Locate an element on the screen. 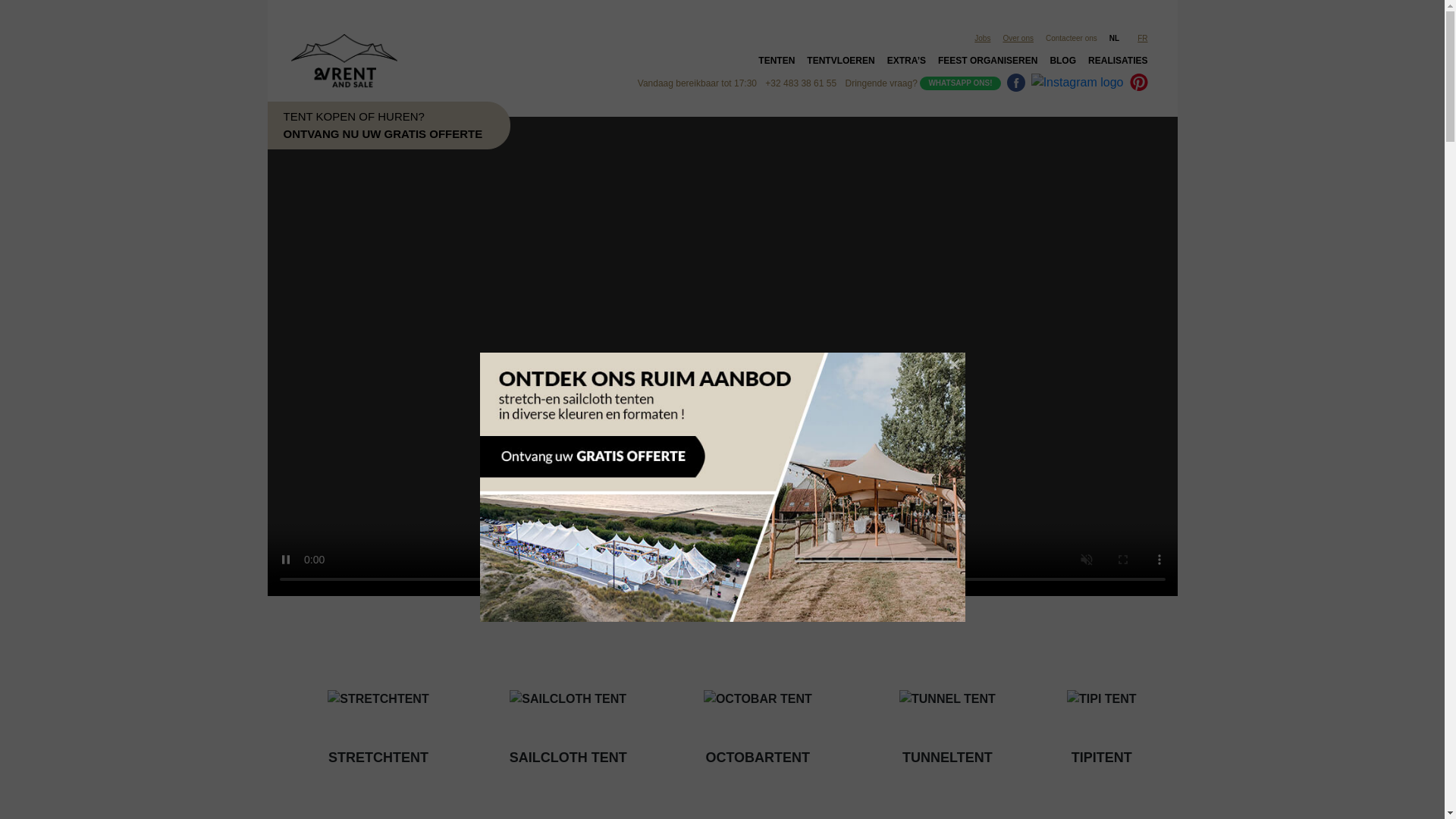 This screenshot has width=1456, height=819. 'Contacteer ons' is located at coordinates (1070, 37).